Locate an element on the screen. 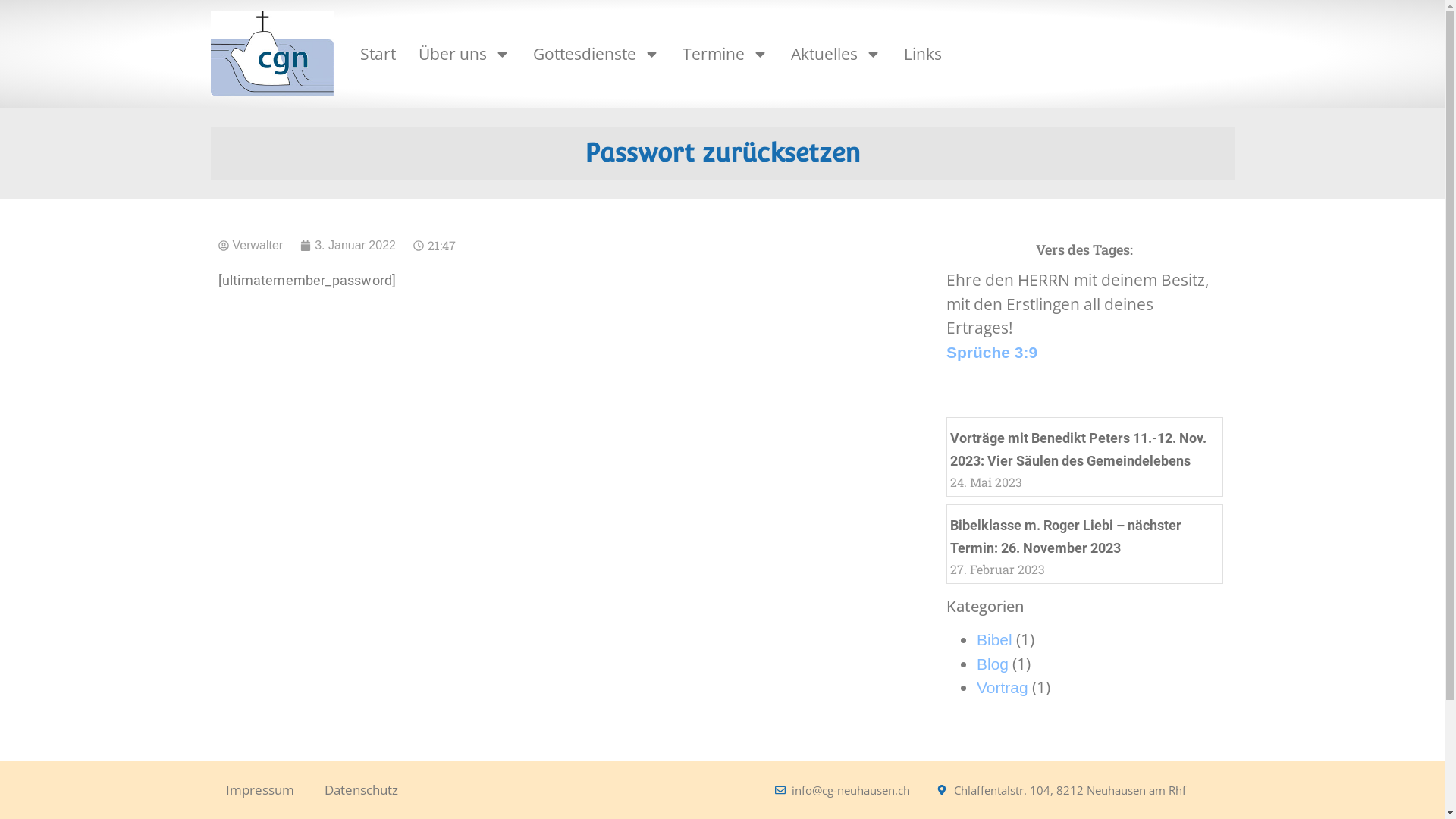  'Gottesdienste' is located at coordinates (595, 53).